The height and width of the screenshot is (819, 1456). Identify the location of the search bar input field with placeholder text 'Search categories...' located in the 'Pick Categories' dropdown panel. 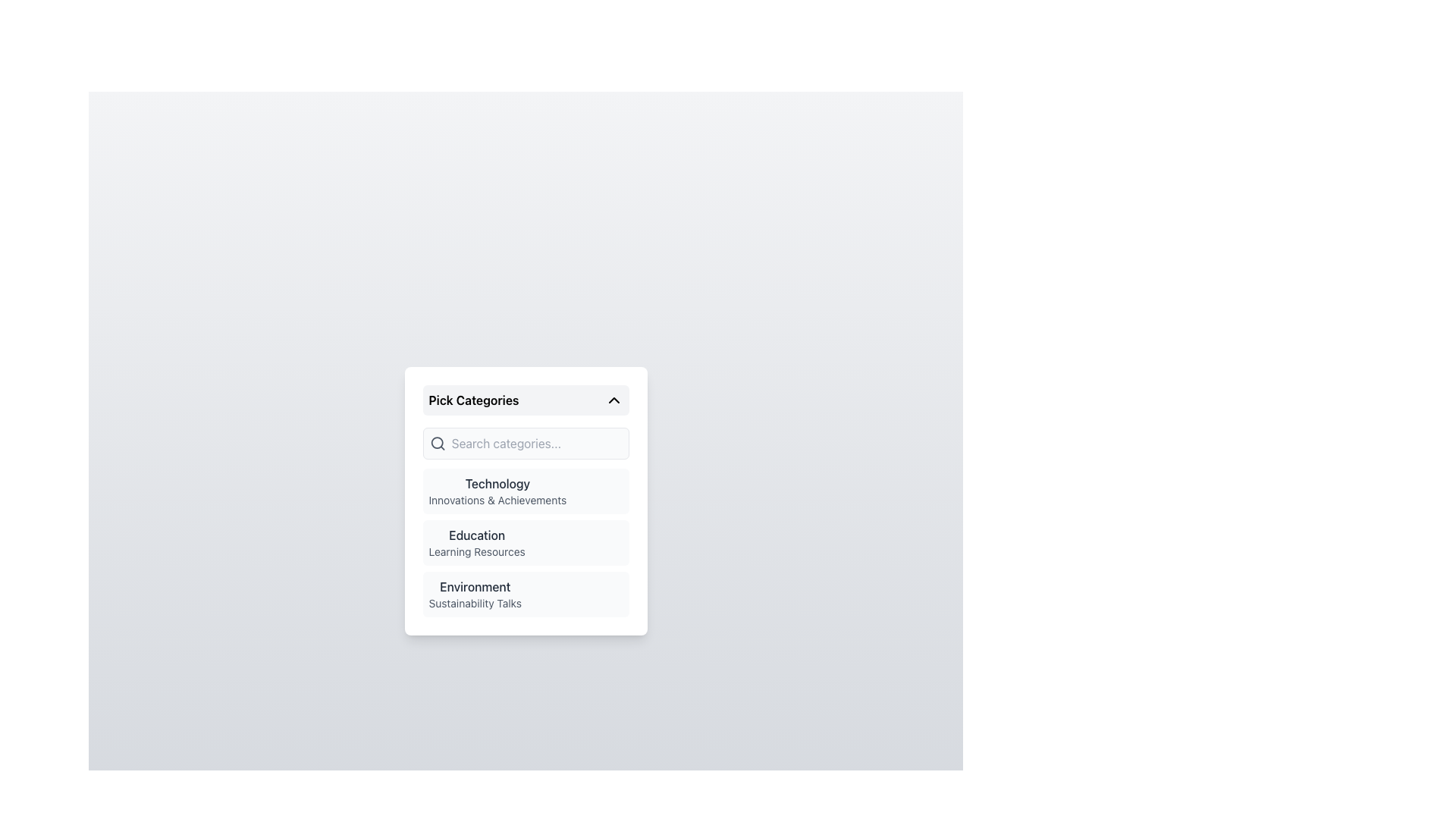
(526, 444).